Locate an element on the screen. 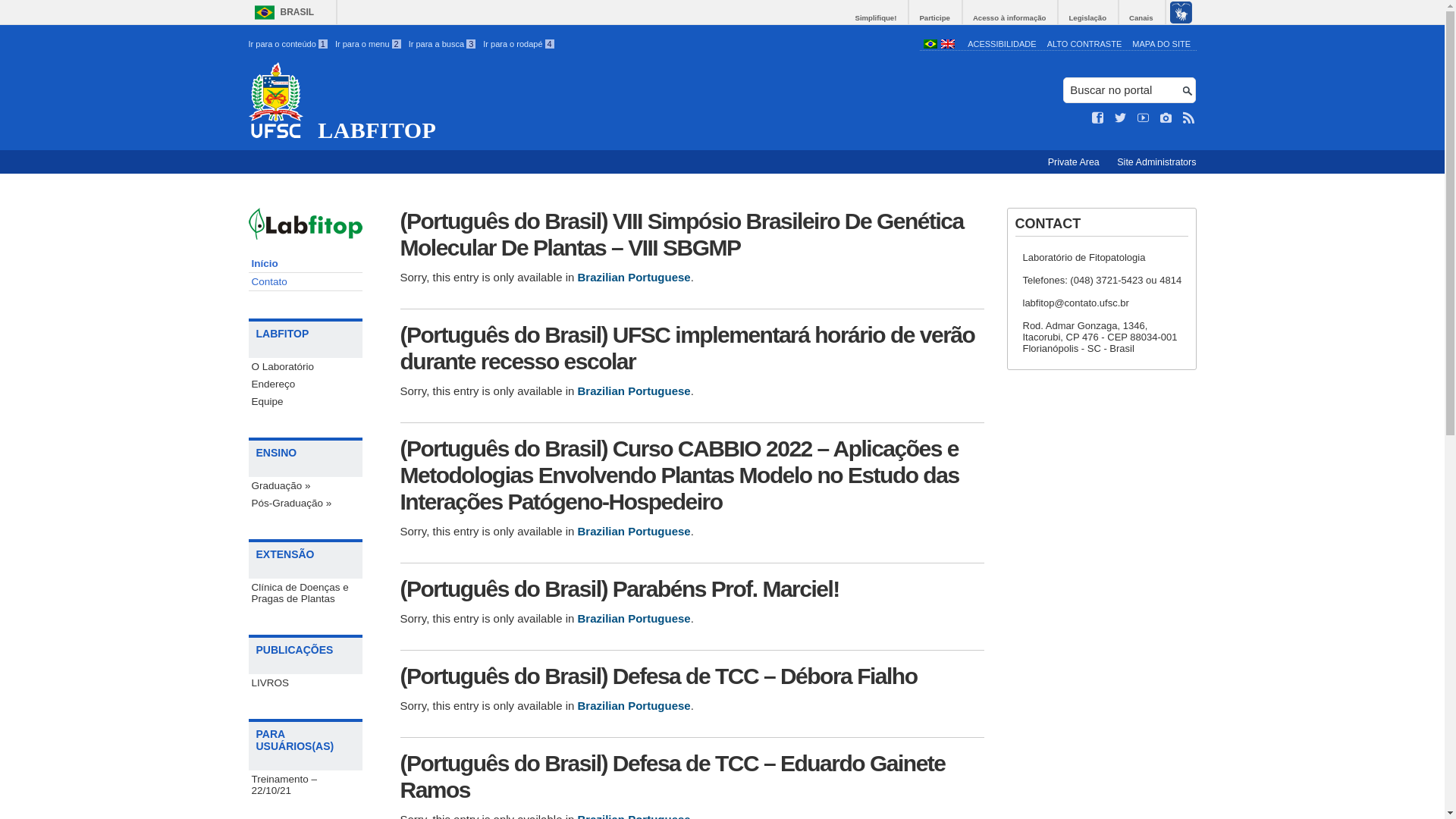 The image size is (1456, 819). 'BRASIL' is located at coordinates (281, 12).